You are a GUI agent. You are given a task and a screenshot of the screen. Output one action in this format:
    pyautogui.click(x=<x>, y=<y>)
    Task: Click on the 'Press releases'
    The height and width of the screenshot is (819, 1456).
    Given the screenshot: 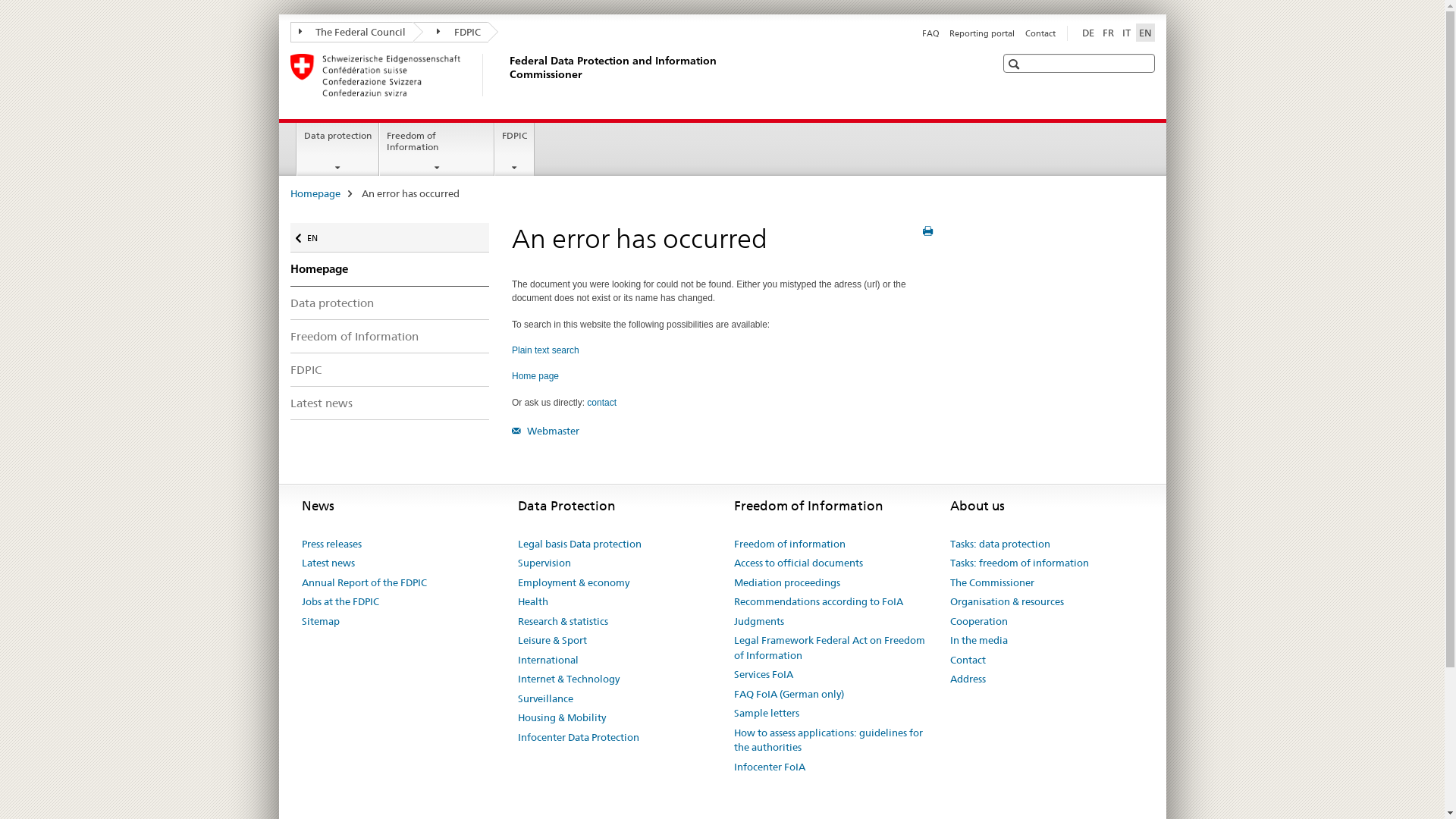 What is the action you would take?
    pyautogui.click(x=331, y=543)
    